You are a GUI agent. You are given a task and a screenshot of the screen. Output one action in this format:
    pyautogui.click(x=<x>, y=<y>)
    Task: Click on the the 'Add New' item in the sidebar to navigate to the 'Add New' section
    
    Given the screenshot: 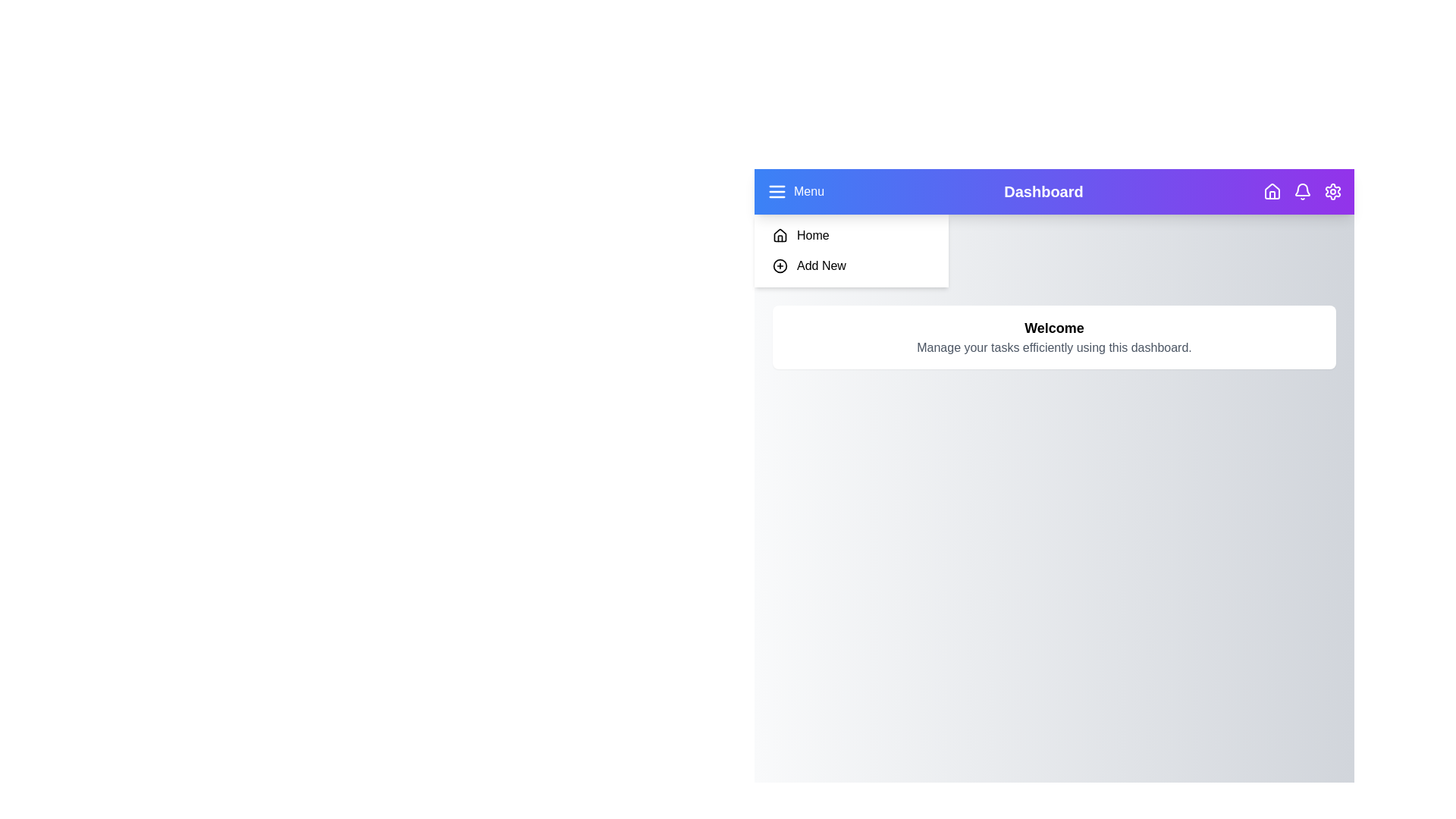 What is the action you would take?
    pyautogui.click(x=780, y=265)
    